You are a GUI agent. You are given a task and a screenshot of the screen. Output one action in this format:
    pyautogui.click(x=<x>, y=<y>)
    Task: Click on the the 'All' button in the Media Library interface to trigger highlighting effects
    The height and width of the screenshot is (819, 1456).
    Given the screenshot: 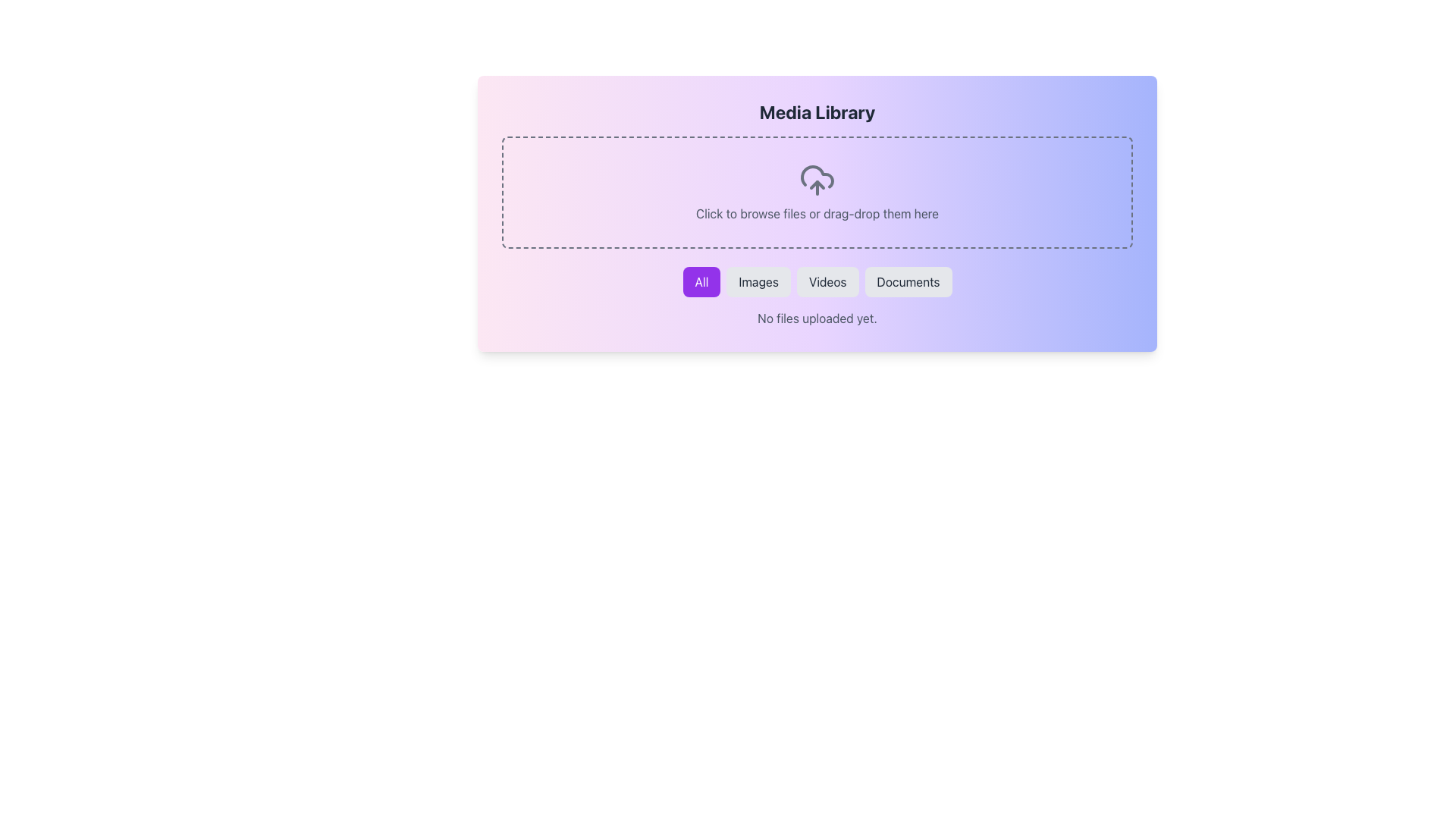 What is the action you would take?
    pyautogui.click(x=701, y=281)
    